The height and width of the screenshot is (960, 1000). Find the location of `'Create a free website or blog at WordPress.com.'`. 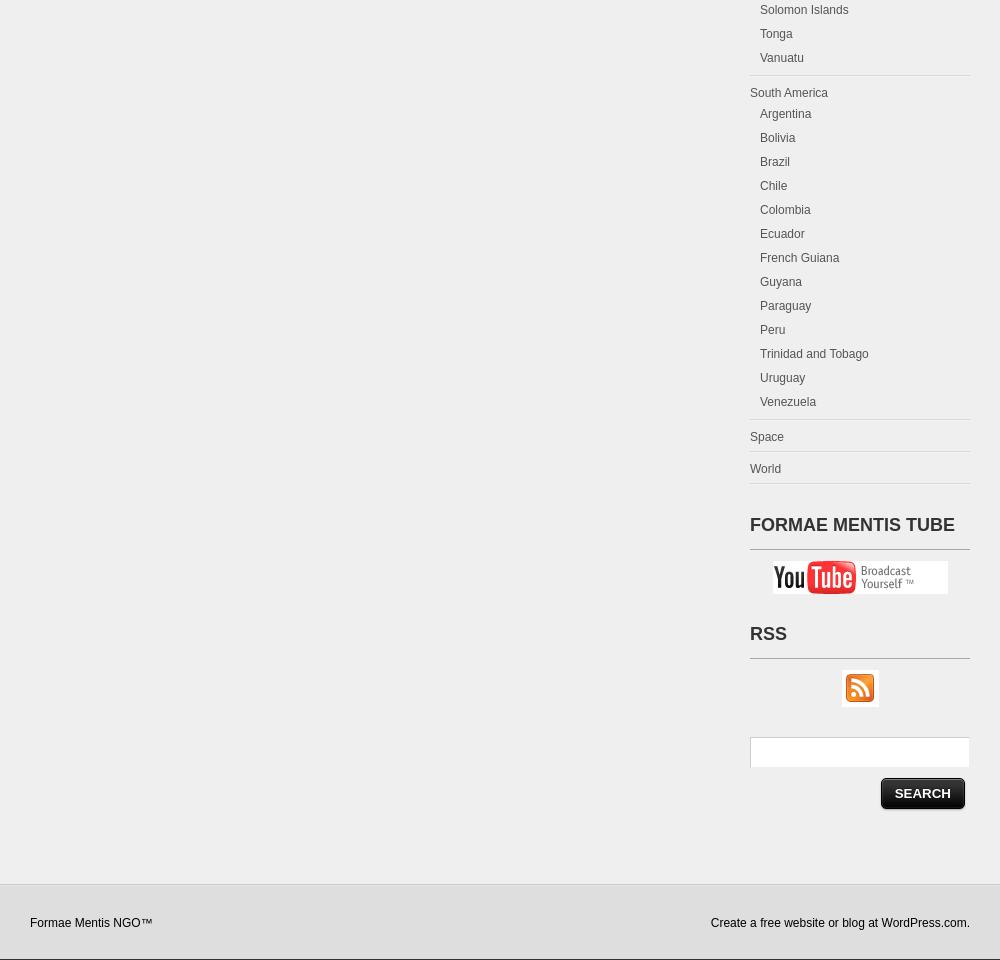

'Create a free website or blog at WordPress.com.' is located at coordinates (839, 923).